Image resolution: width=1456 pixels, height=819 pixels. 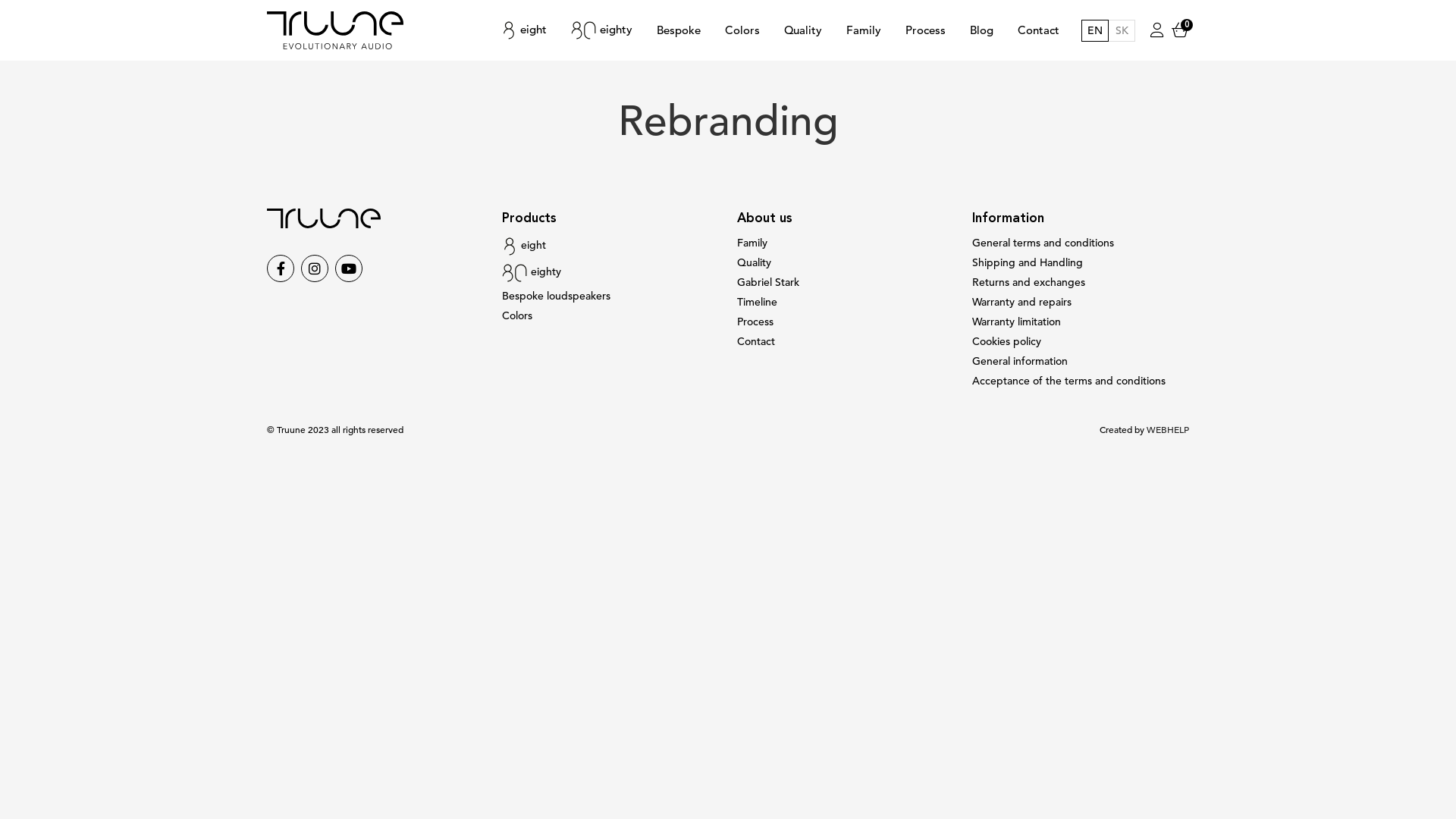 I want to click on 'Acceptance of the terms and conditions', so click(x=1068, y=380).